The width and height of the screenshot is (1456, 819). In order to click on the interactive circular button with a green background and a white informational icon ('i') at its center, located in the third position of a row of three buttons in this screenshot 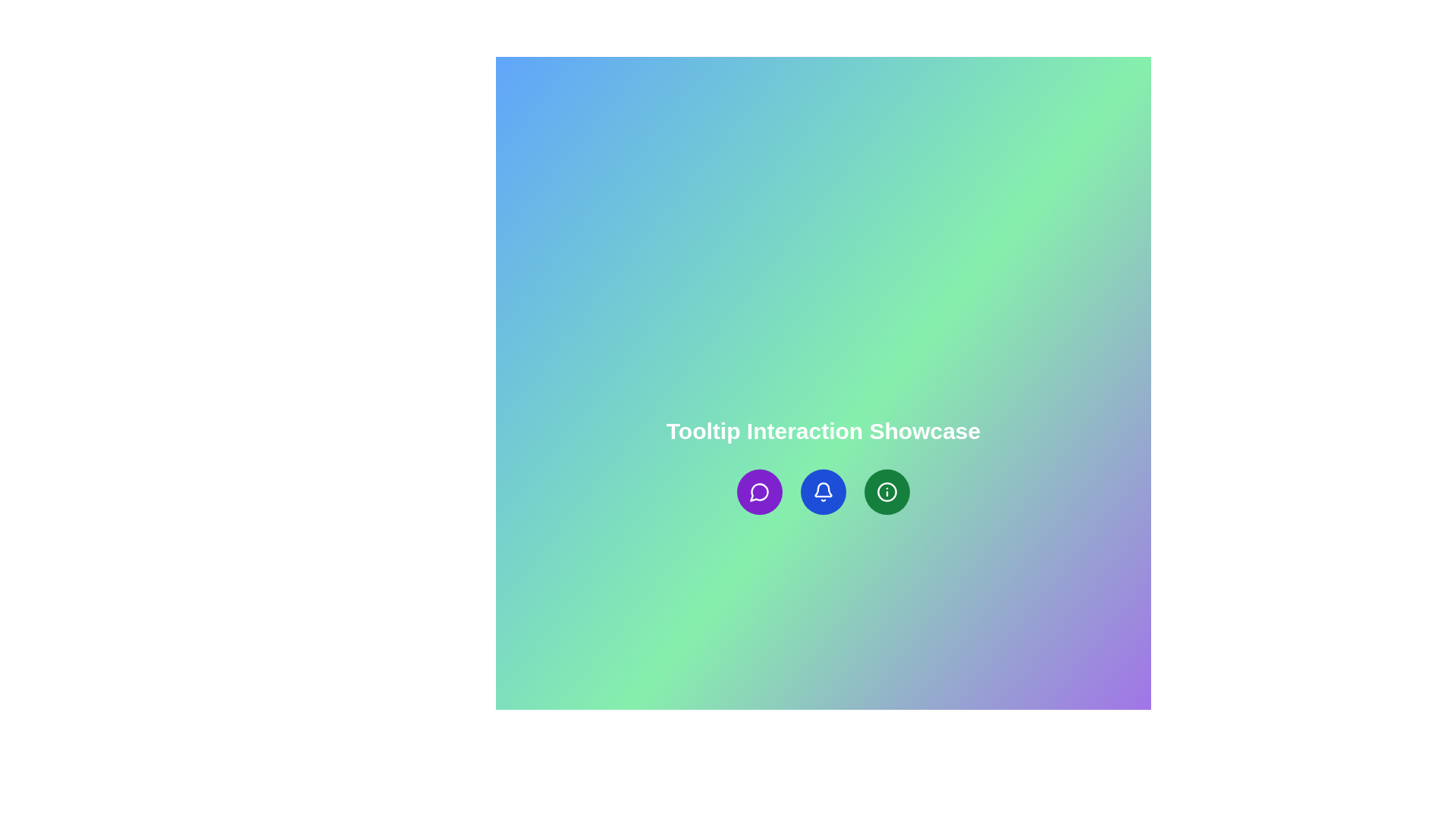, I will do `click(887, 491)`.